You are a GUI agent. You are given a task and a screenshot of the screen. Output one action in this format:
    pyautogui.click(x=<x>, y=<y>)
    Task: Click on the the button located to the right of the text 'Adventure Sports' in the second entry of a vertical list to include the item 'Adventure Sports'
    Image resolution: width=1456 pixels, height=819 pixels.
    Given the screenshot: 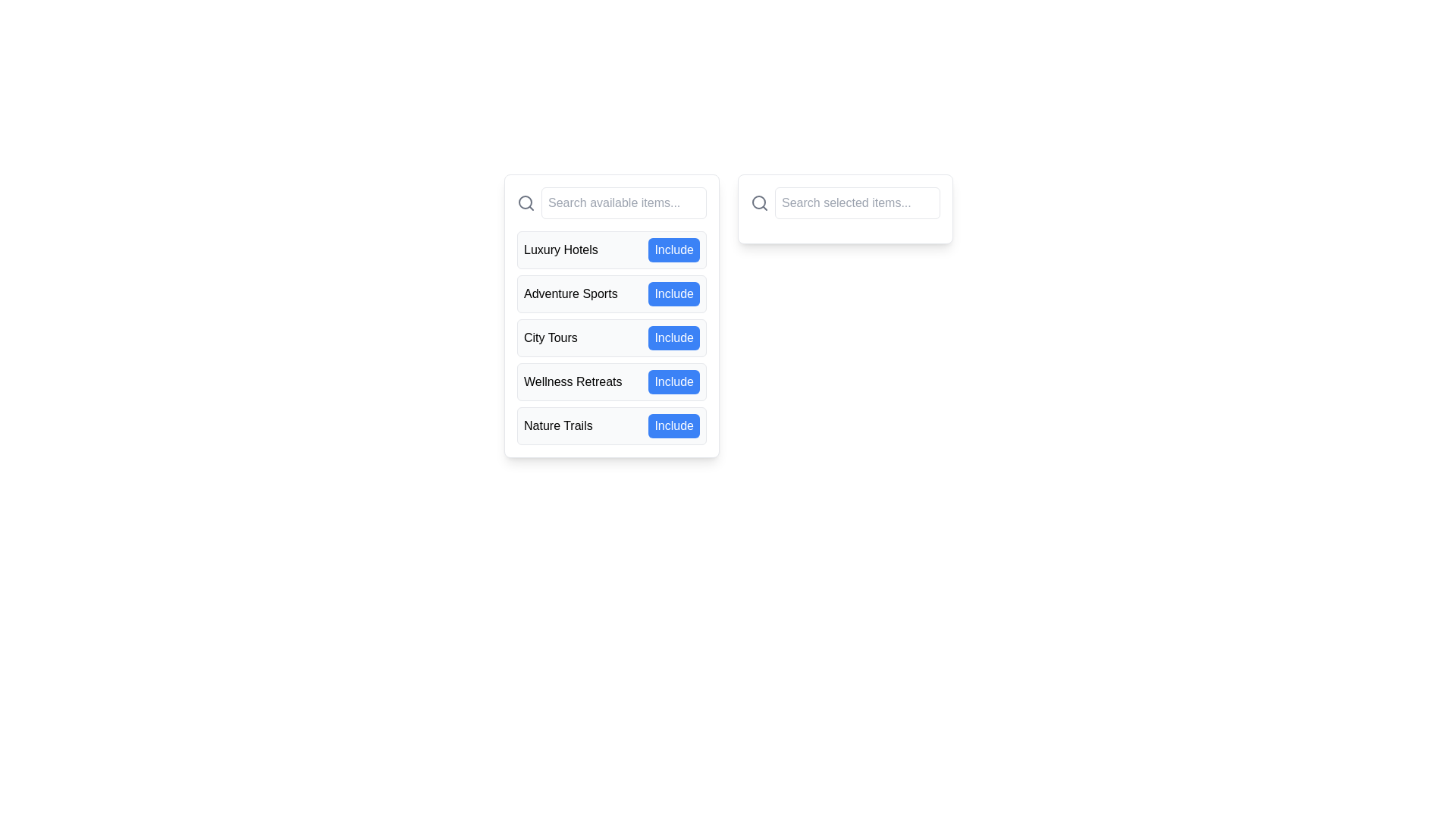 What is the action you would take?
    pyautogui.click(x=673, y=294)
    